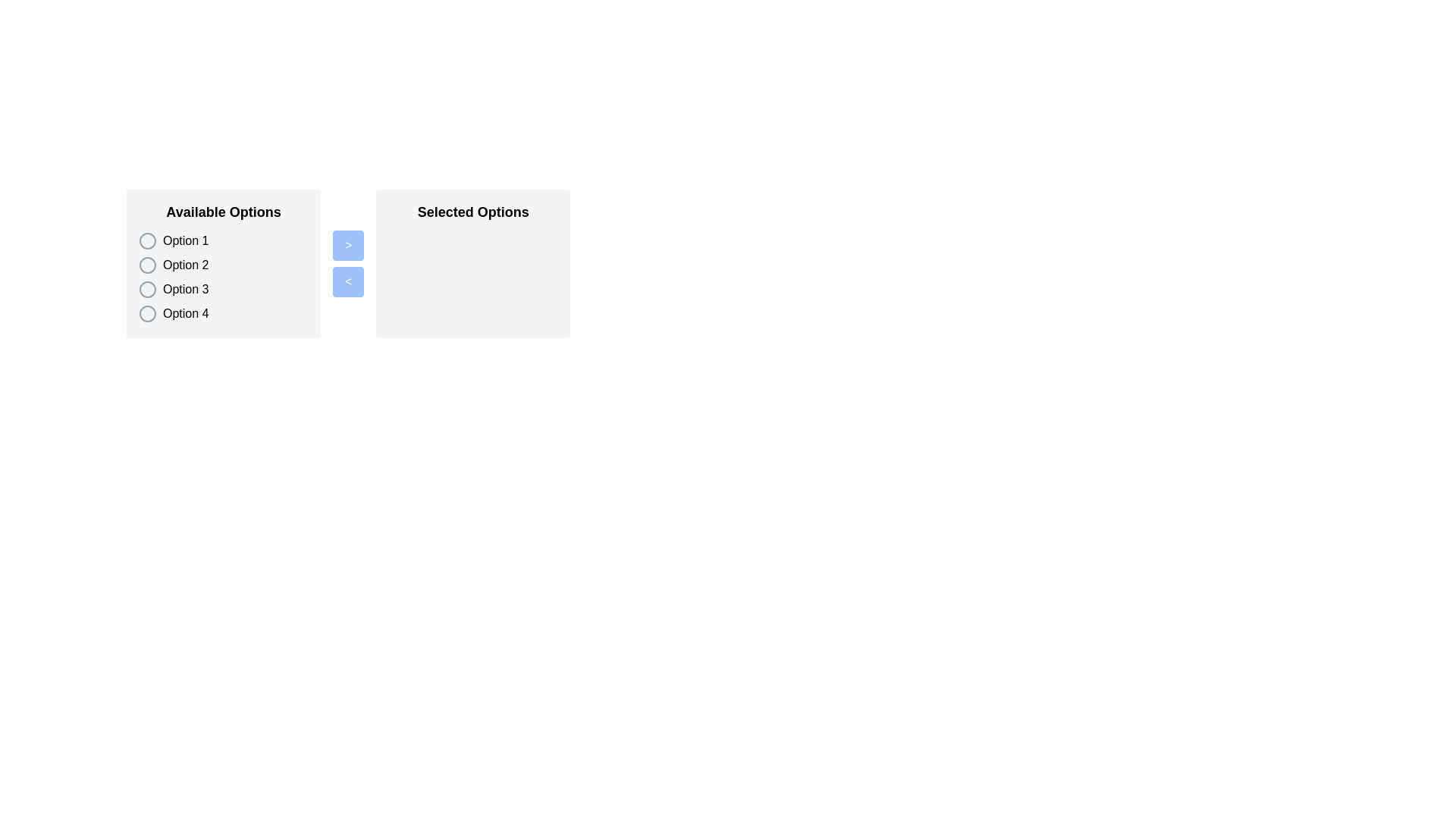 This screenshot has height=819, width=1456. I want to click on the selected radio button for 'Option 2' located in the 'Available Options' section, which is the second radio button in a vertical list, so click(148, 265).